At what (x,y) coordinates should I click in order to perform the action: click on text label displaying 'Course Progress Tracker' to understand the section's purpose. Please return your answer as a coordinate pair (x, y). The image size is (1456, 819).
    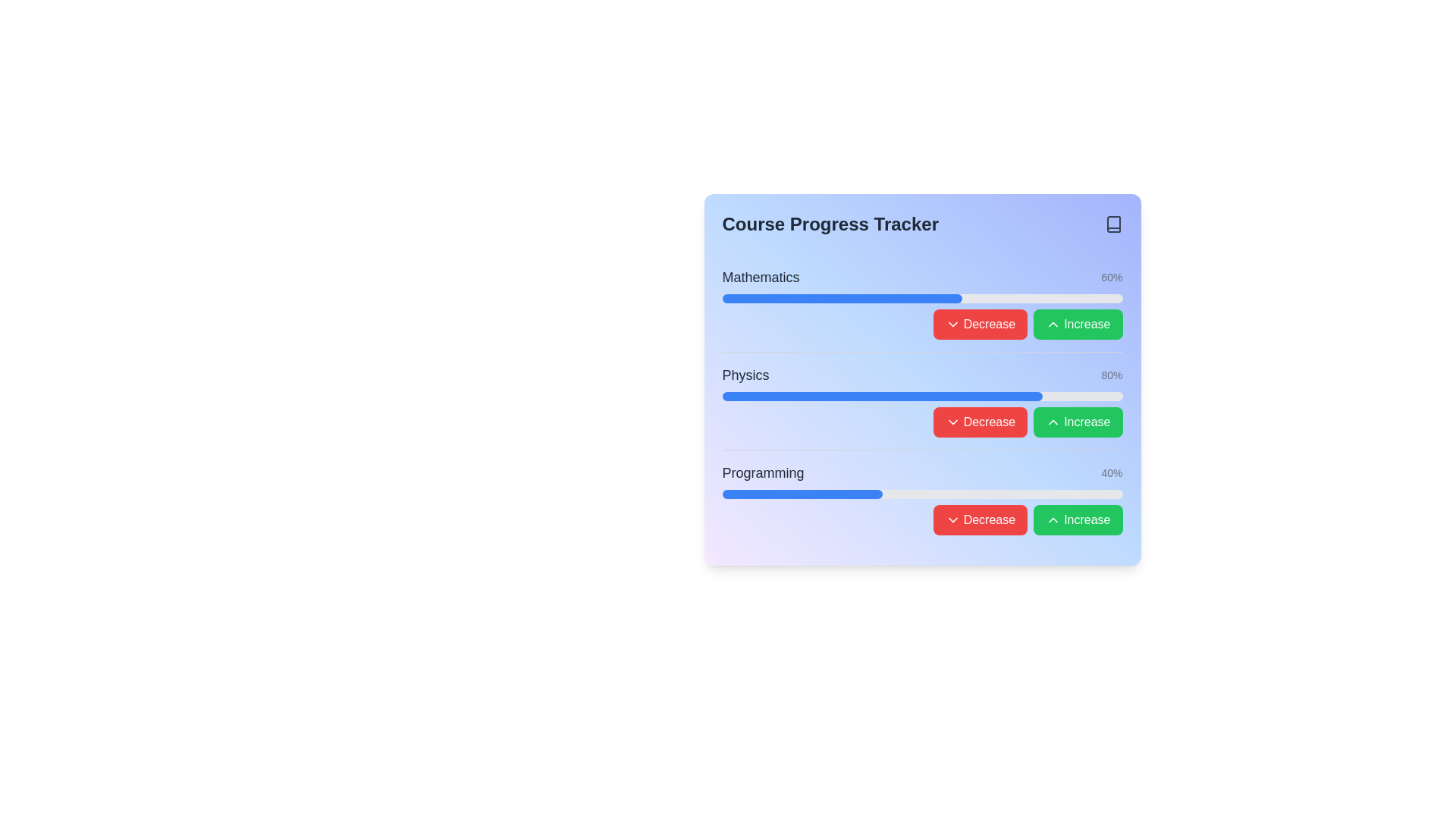
    Looking at the image, I should click on (830, 224).